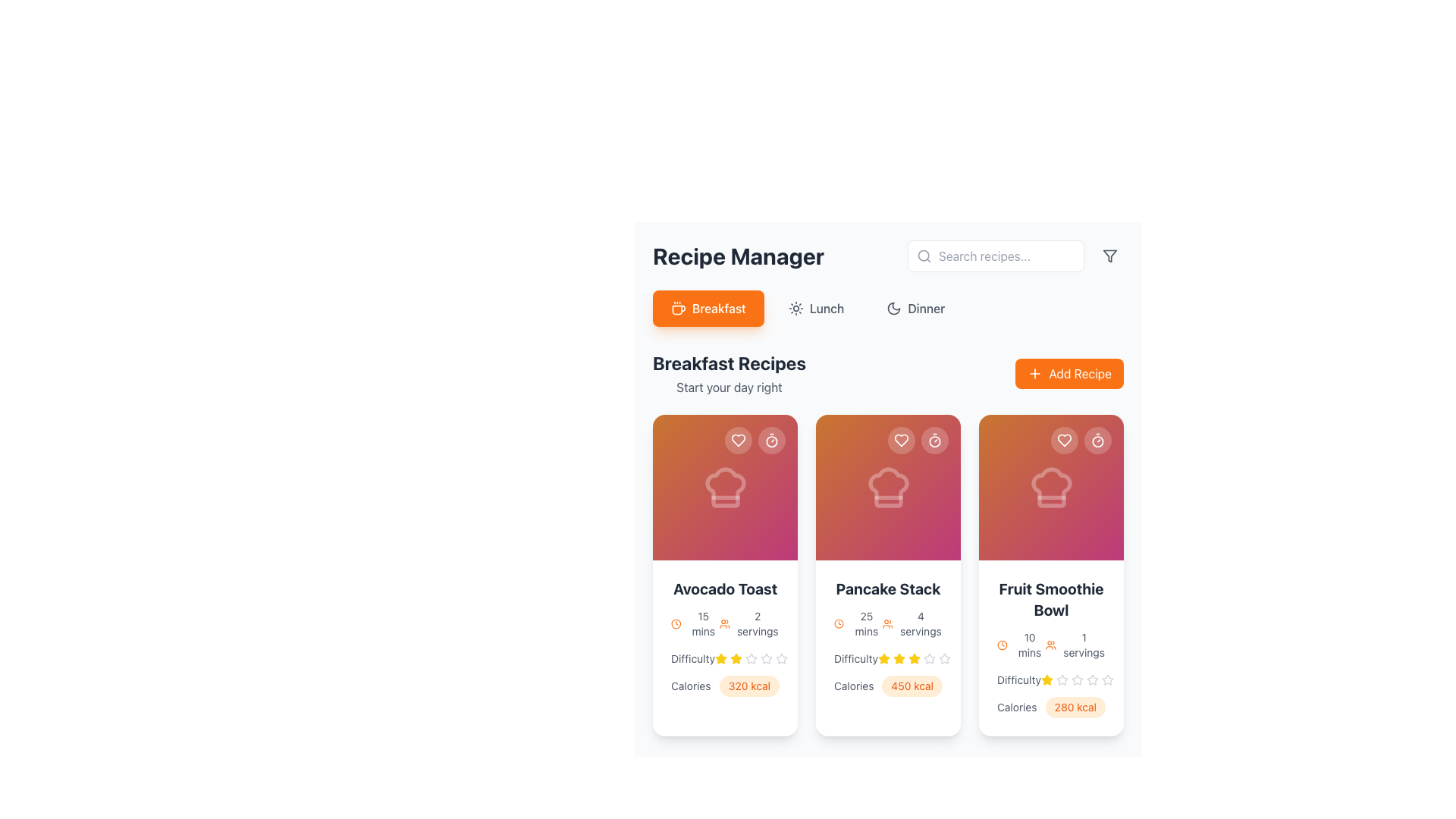 The width and height of the screenshot is (1456, 819). What do you see at coordinates (1076, 679) in the screenshot?
I see `the fourth star icon in the difficulty rating section of the 'Fruit Smoothie Bowl' card, which is a gray outline star used for rating` at bounding box center [1076, 679].